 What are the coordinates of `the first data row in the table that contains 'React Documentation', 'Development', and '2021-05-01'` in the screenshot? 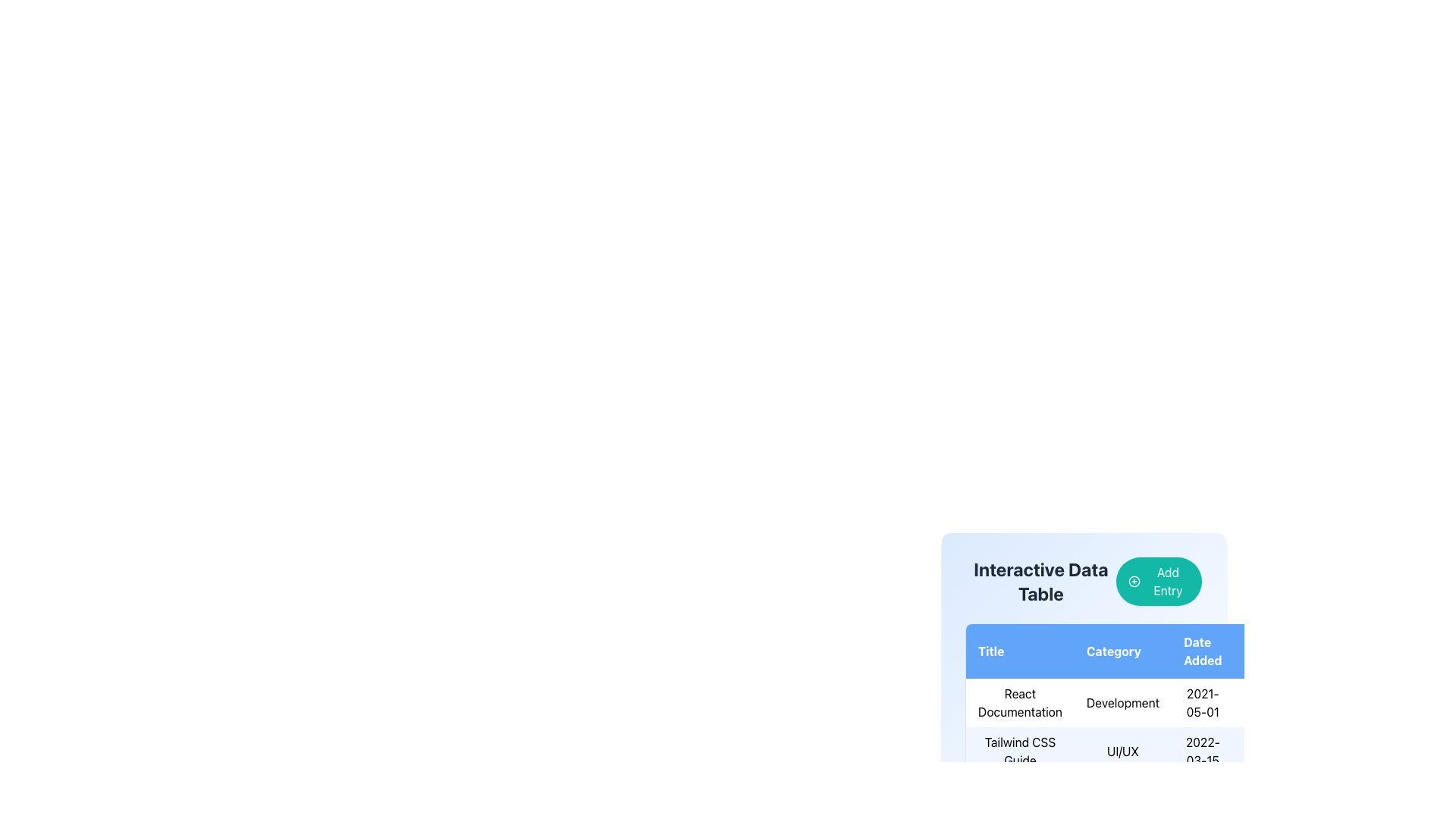 It's located at (1134, 702).